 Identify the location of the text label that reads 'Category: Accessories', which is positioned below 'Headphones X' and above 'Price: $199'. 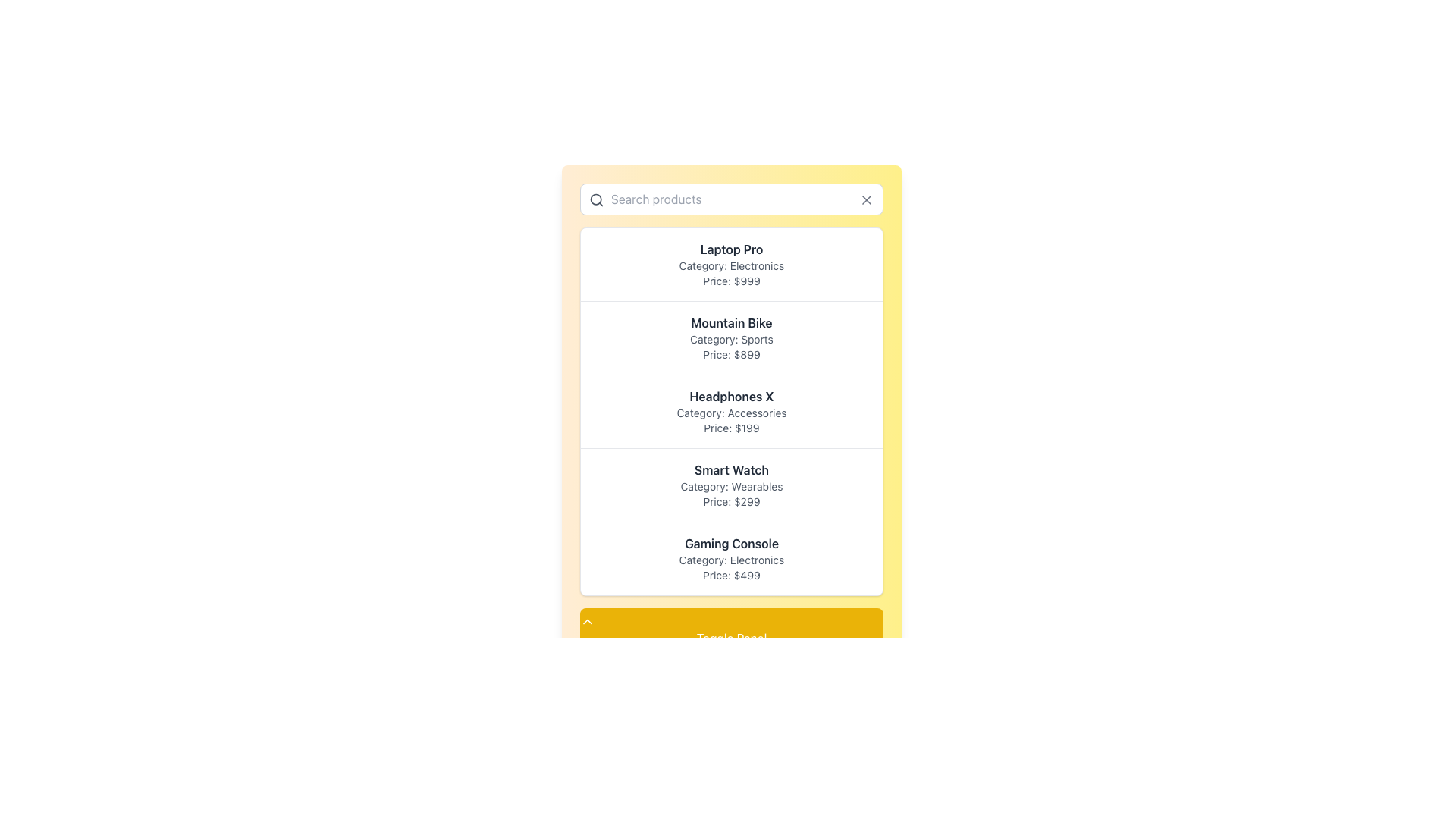
(731, 413).